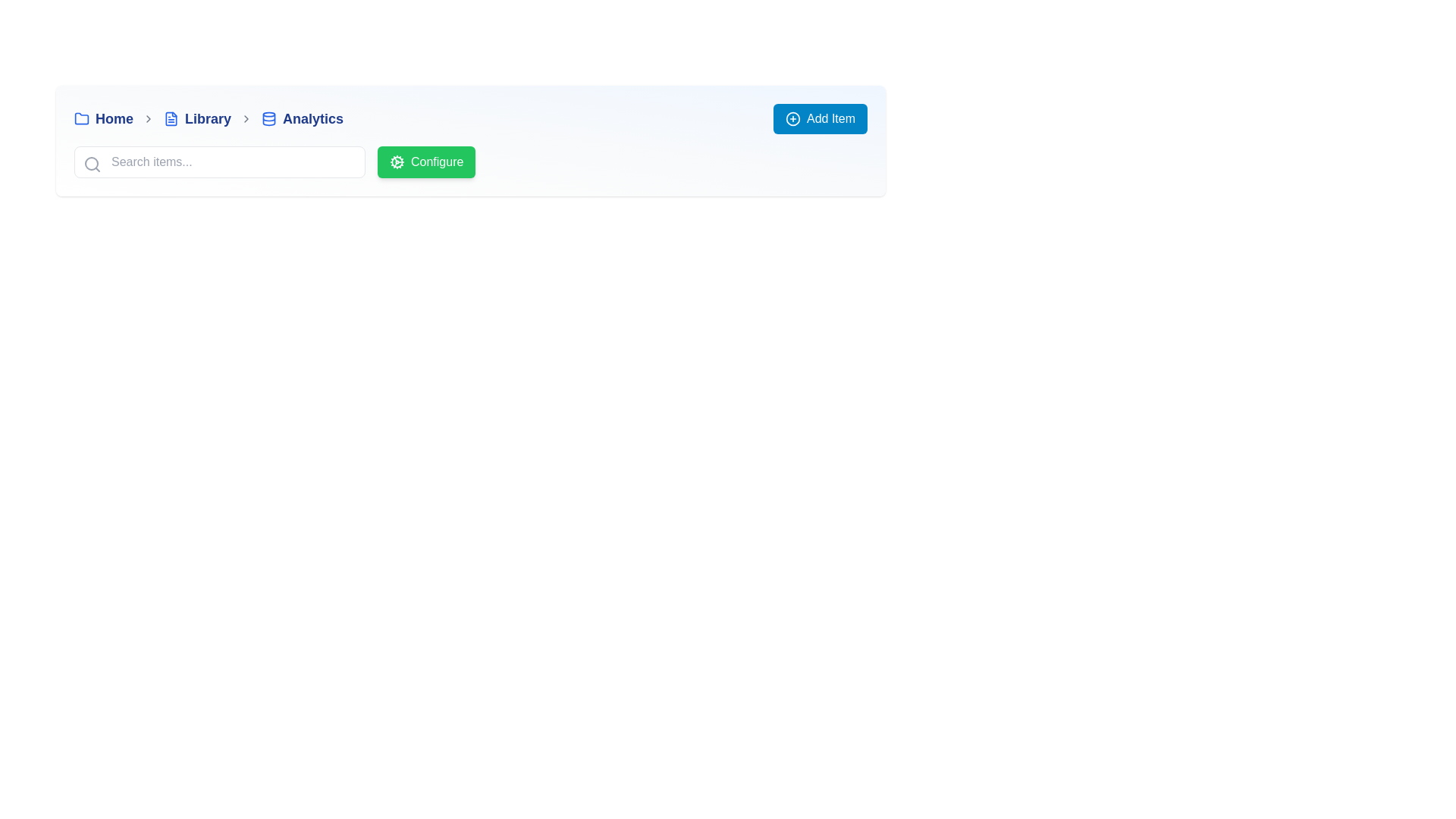 This screenshot has width=1456, height=819. Describe the element at coordinates (302, 118) in the screenshot. I see `the 'Analytics' breadcrumb navigation item` at that location.